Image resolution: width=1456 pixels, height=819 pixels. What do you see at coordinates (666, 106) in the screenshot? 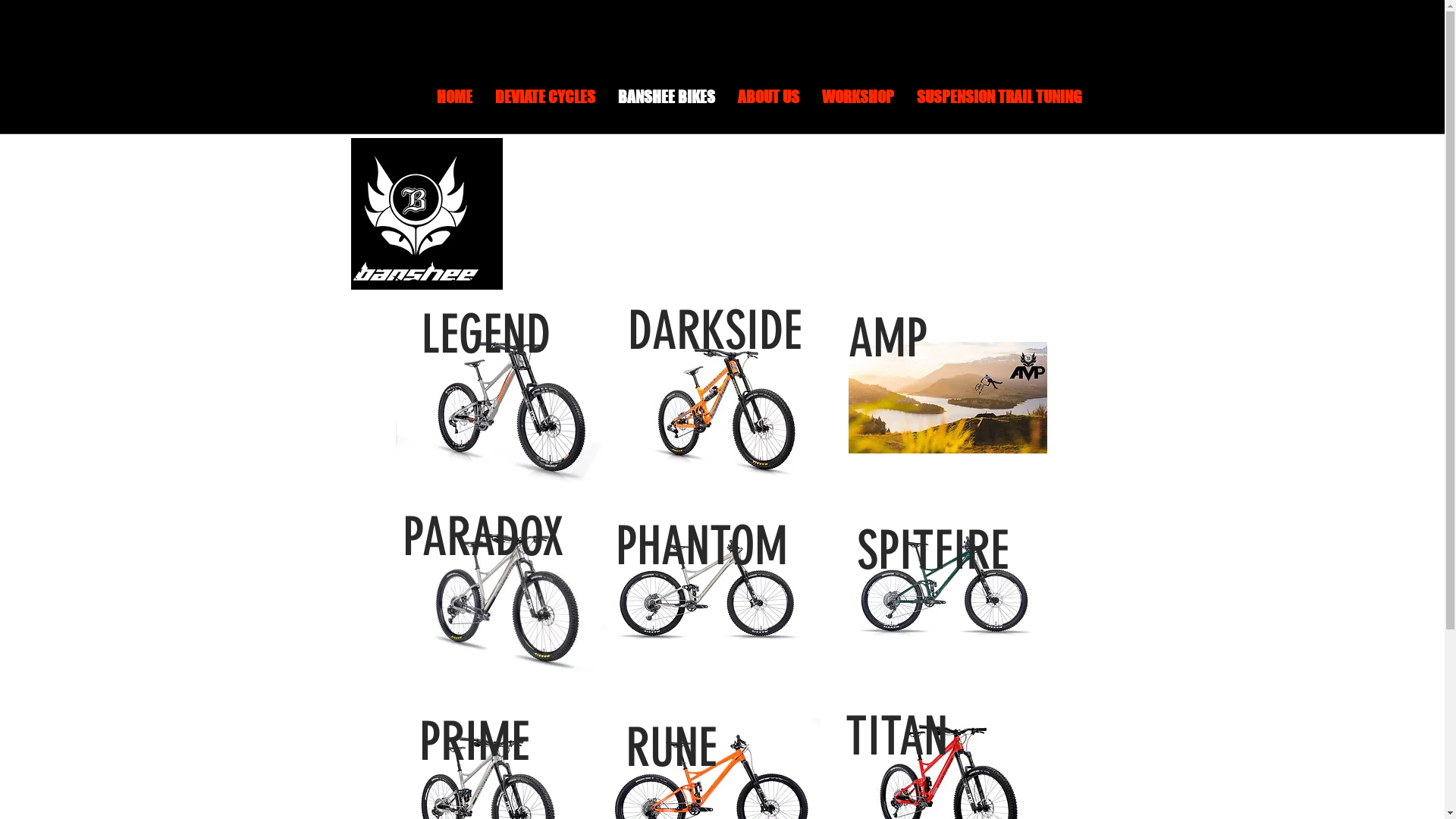
I see `'BANSHEE BIKES'` at bounding box center [666, 106].